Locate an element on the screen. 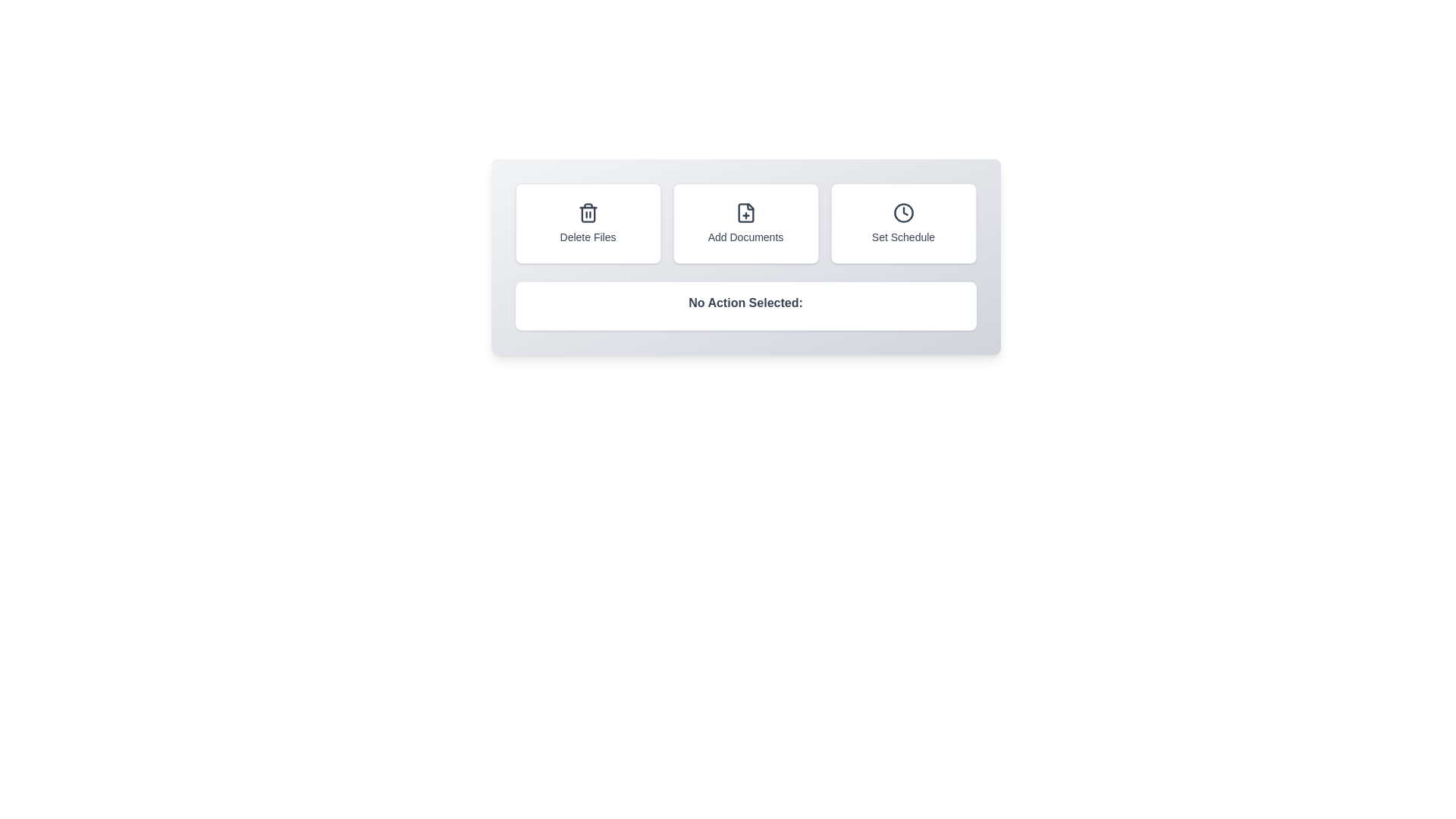 Image resolution: width=1456 pixels, height=819 pixels. the delete files icon, which is located at the top of the 'Delete Files' button, the first button in a row of three buttons is located at coordinates (587, 213).